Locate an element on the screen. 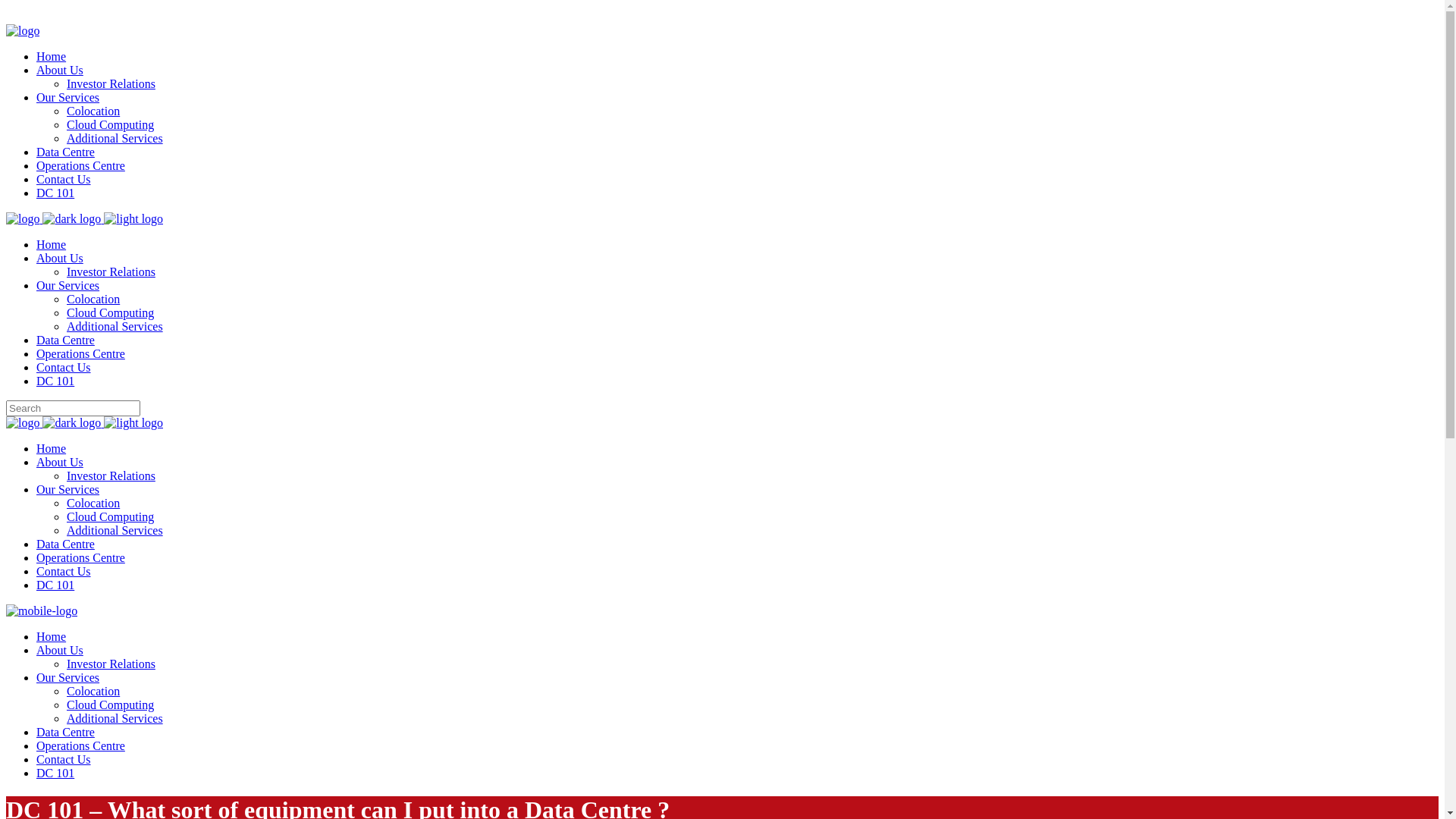 This screenshot has height=819, width=1456. 'Investor Relations' is located at coordinates (65, 83).